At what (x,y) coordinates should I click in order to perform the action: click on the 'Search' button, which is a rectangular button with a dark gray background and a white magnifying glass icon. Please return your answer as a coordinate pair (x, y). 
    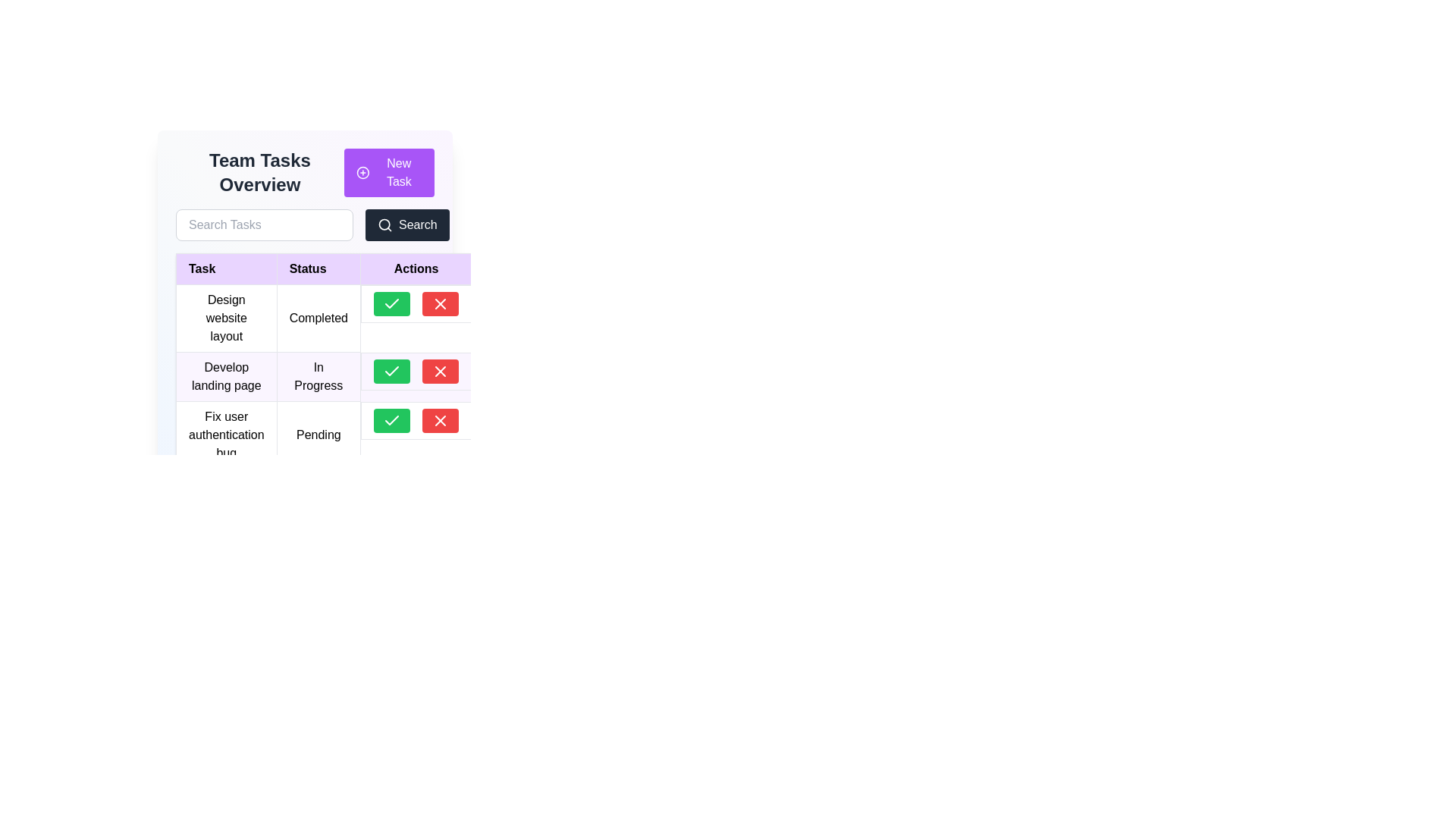
    Looking at the image, I should click on (407, 225).